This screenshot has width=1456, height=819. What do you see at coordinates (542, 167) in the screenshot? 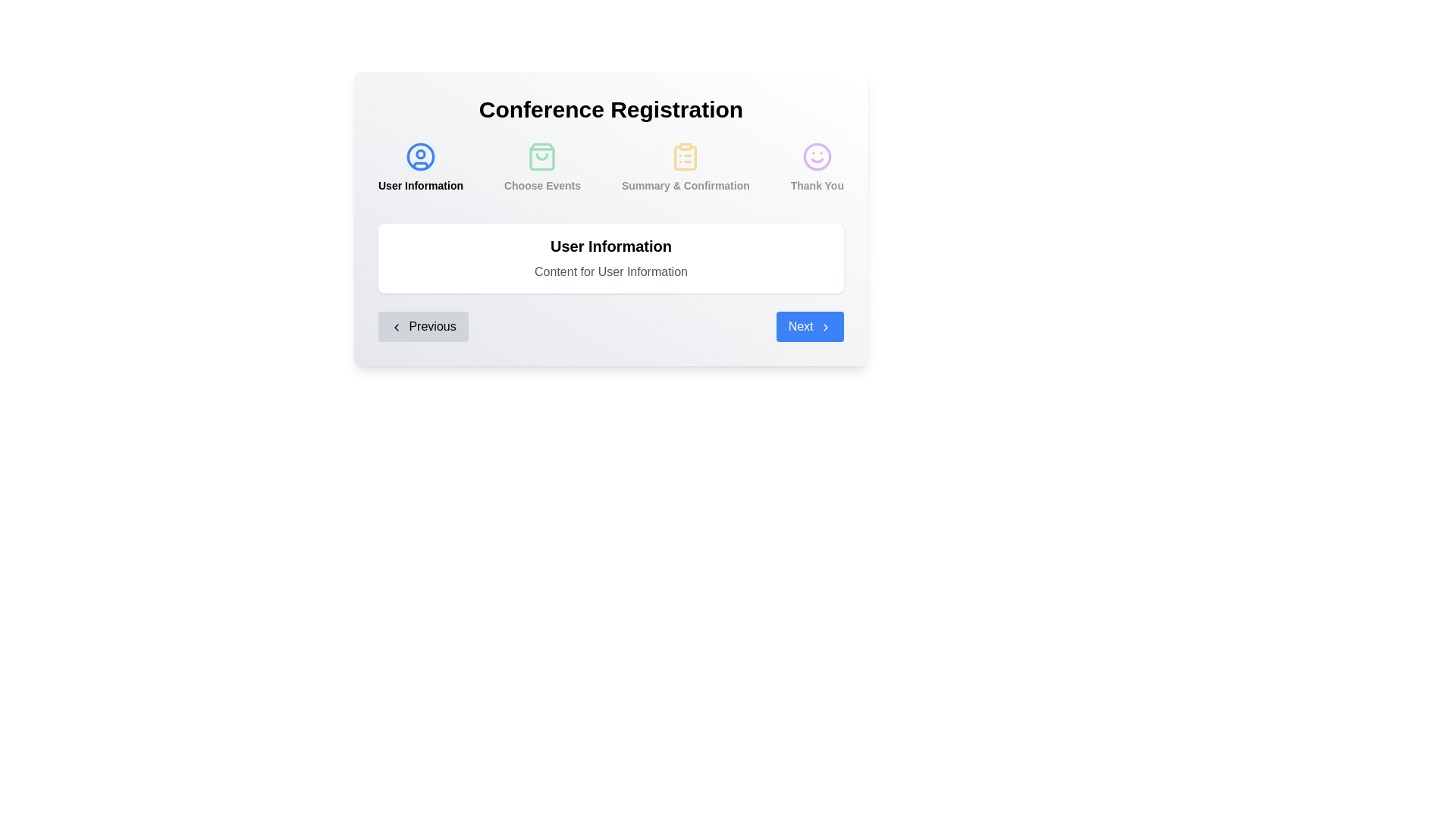
I see `the 'Choose Events' navigation step indicator` at bounding box center [542, 167].